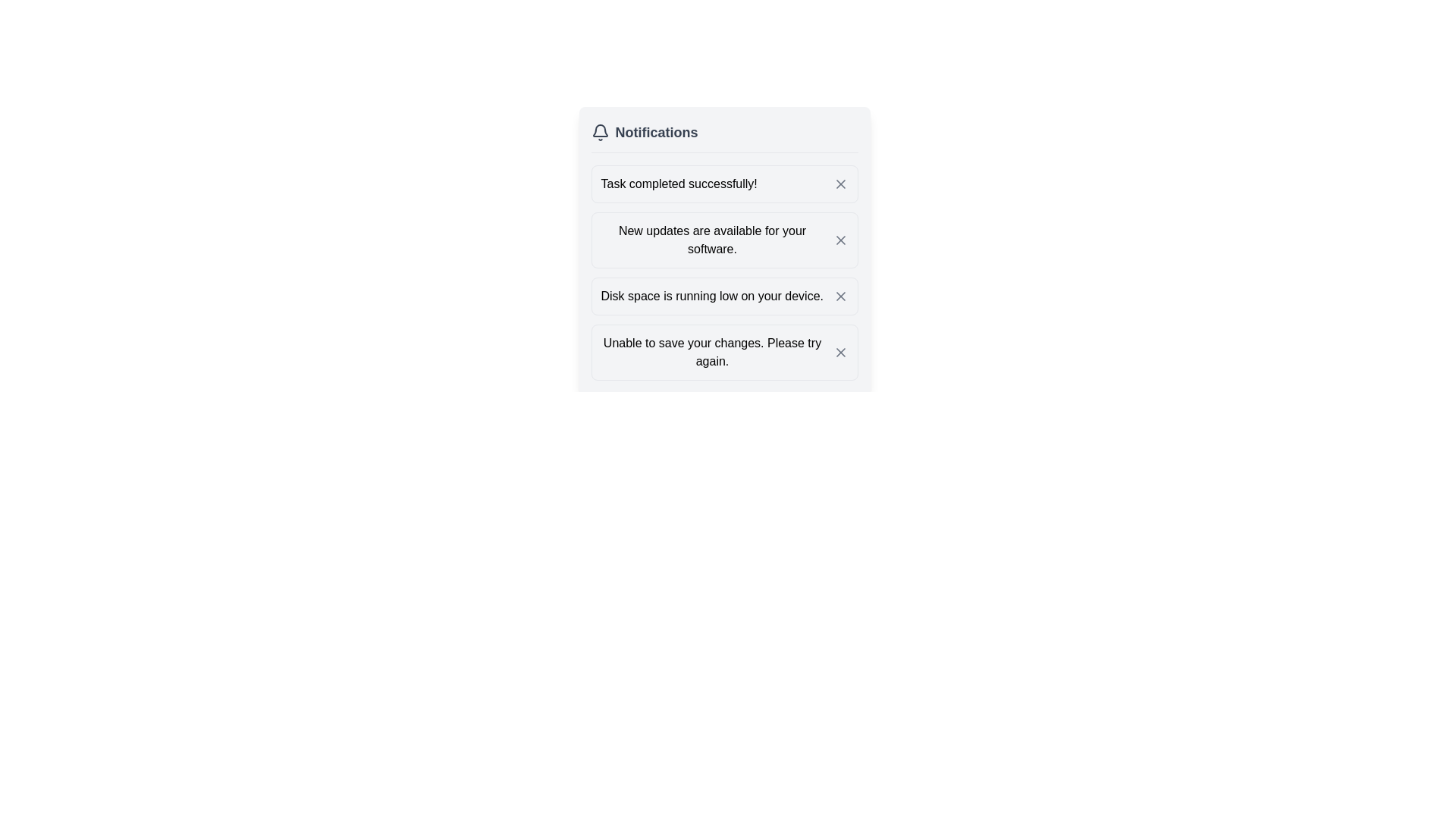  Describe the element at coordinates (723, 239) in the screenshot. I see `notification text from the notification box with a dismiss button, which is the second in a vertical list and contains information about new software updates` at that location.